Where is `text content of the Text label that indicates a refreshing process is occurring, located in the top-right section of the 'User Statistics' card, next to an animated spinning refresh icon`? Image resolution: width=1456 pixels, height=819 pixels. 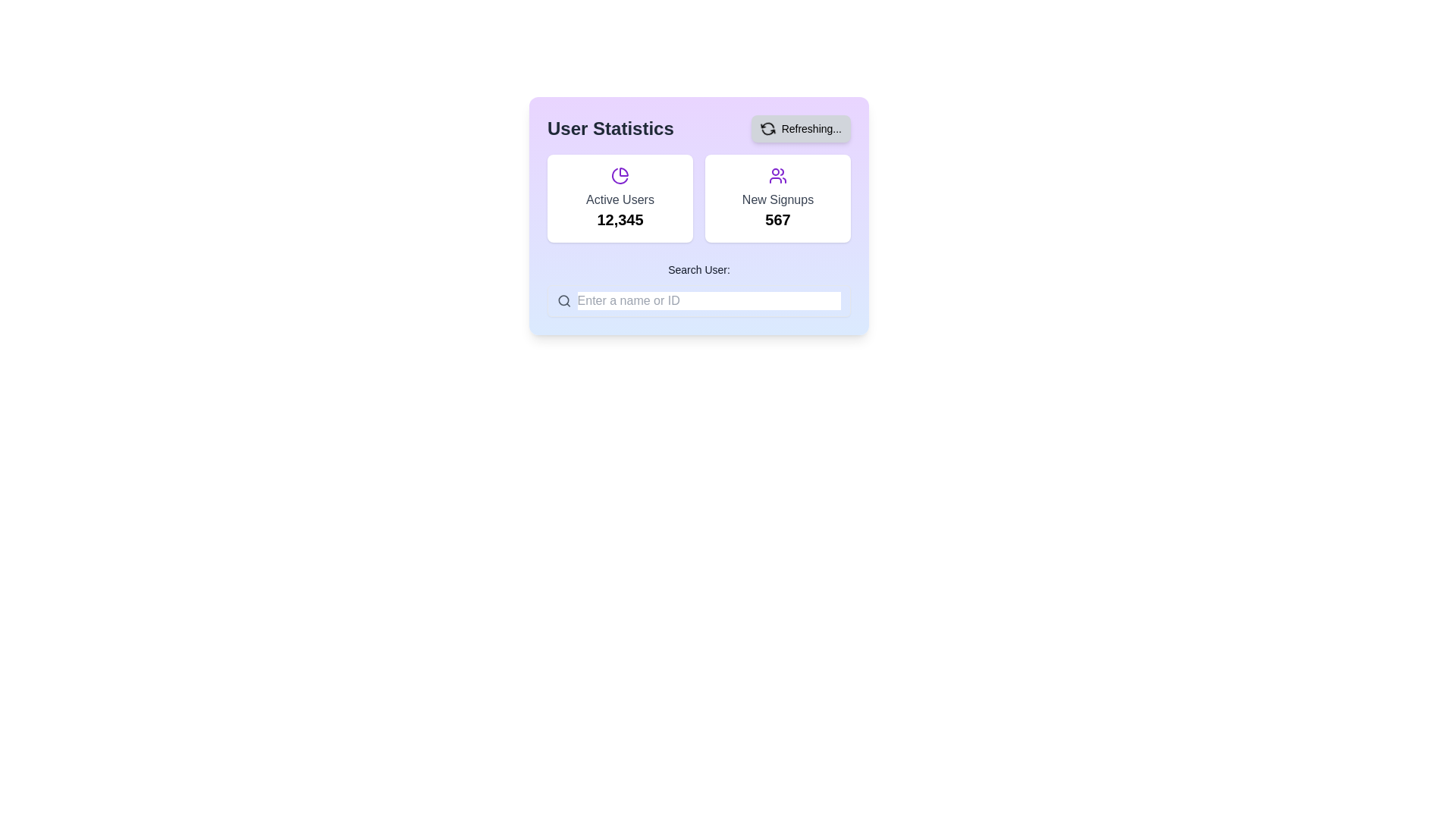 text content of the Text label that indicates a refreshing process is occurring, located in the top-right section of the 'User Statistics' card, next to an animated spinning refresh icon is located at coordinates (811, 127).